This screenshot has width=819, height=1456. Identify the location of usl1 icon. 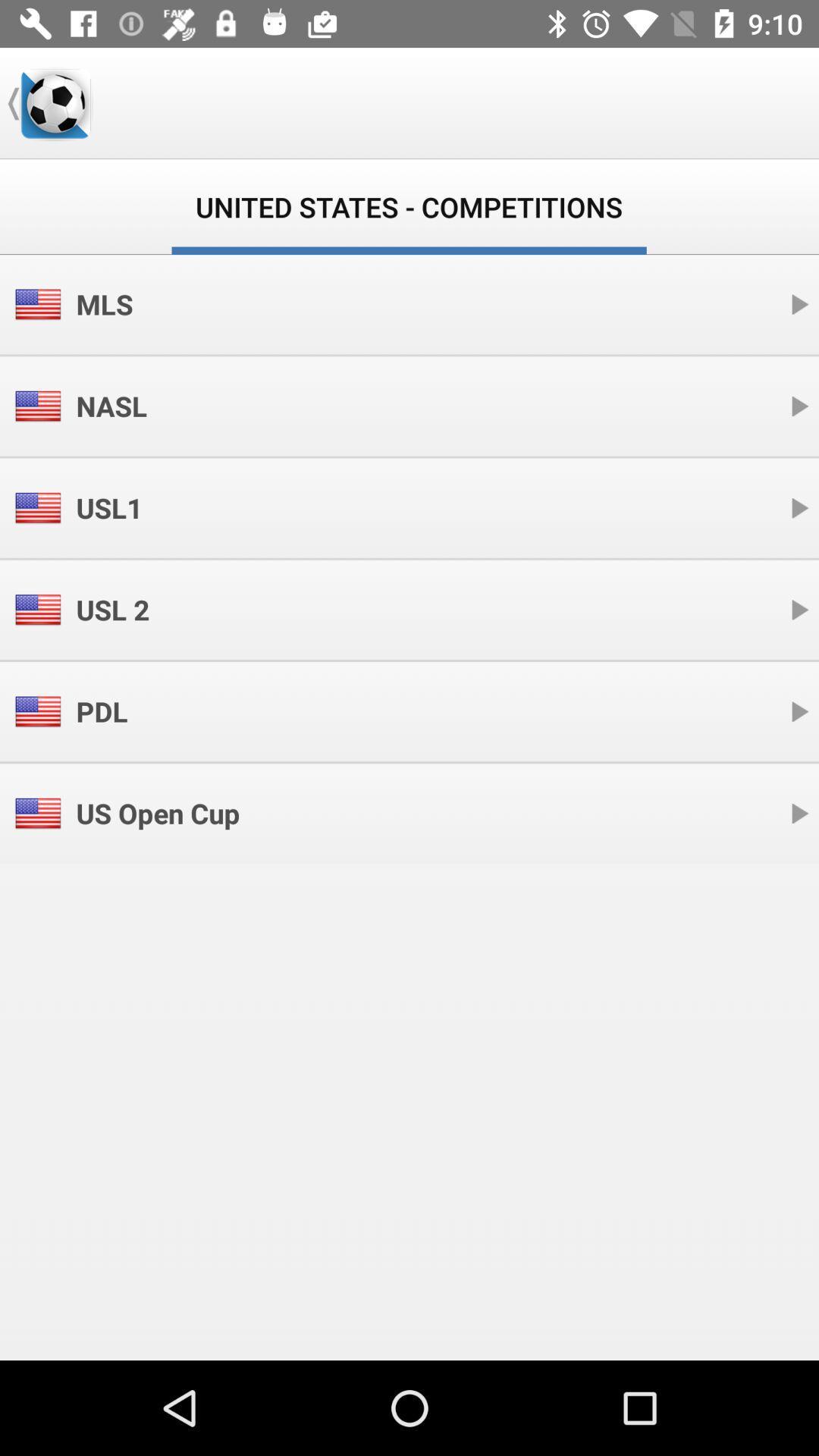
(108, 508).